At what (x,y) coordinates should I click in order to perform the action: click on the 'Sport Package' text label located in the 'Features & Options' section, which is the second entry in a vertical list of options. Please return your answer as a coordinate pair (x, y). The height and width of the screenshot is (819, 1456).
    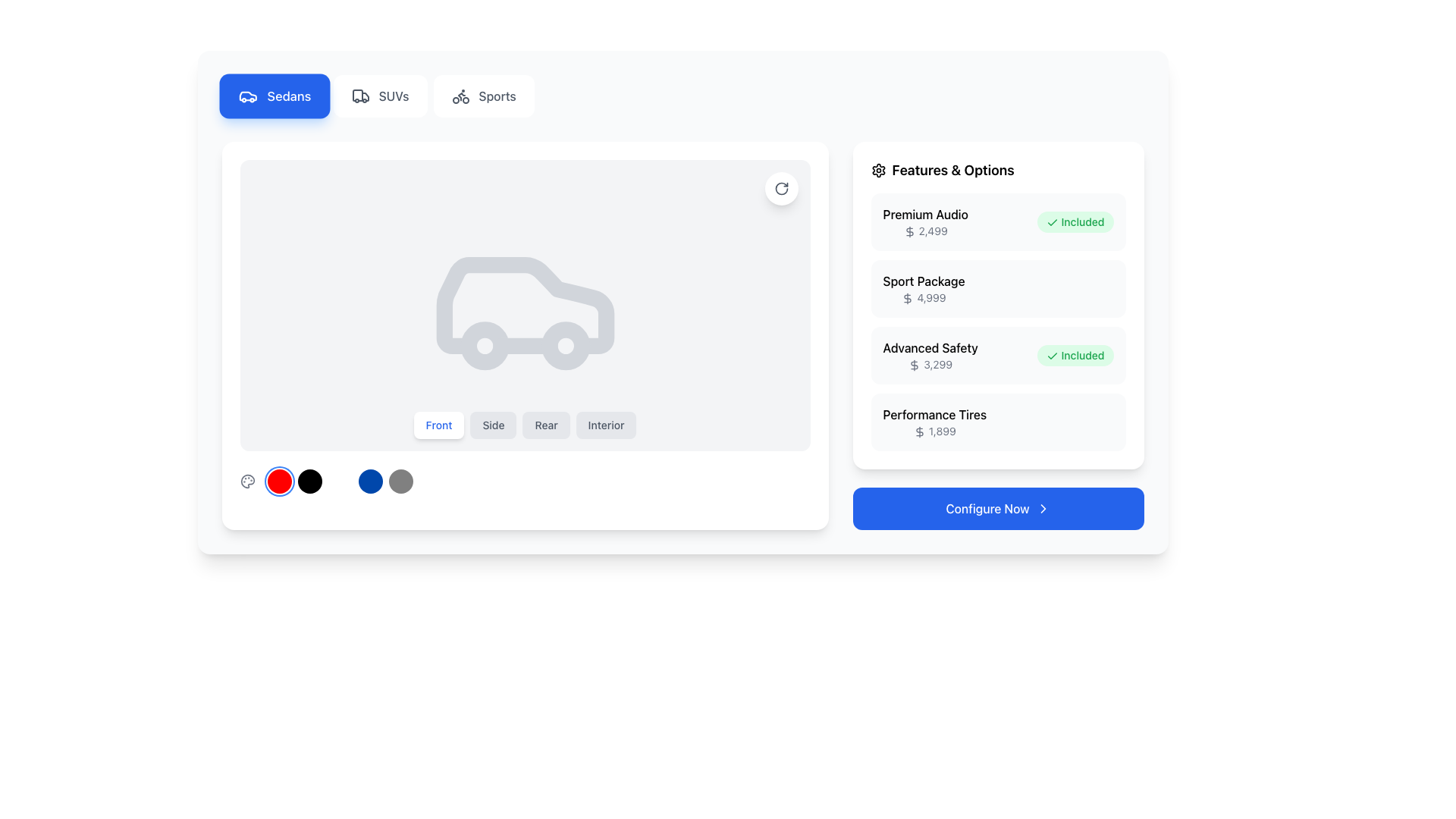
    Looking at the image, I should click on (923, 281).